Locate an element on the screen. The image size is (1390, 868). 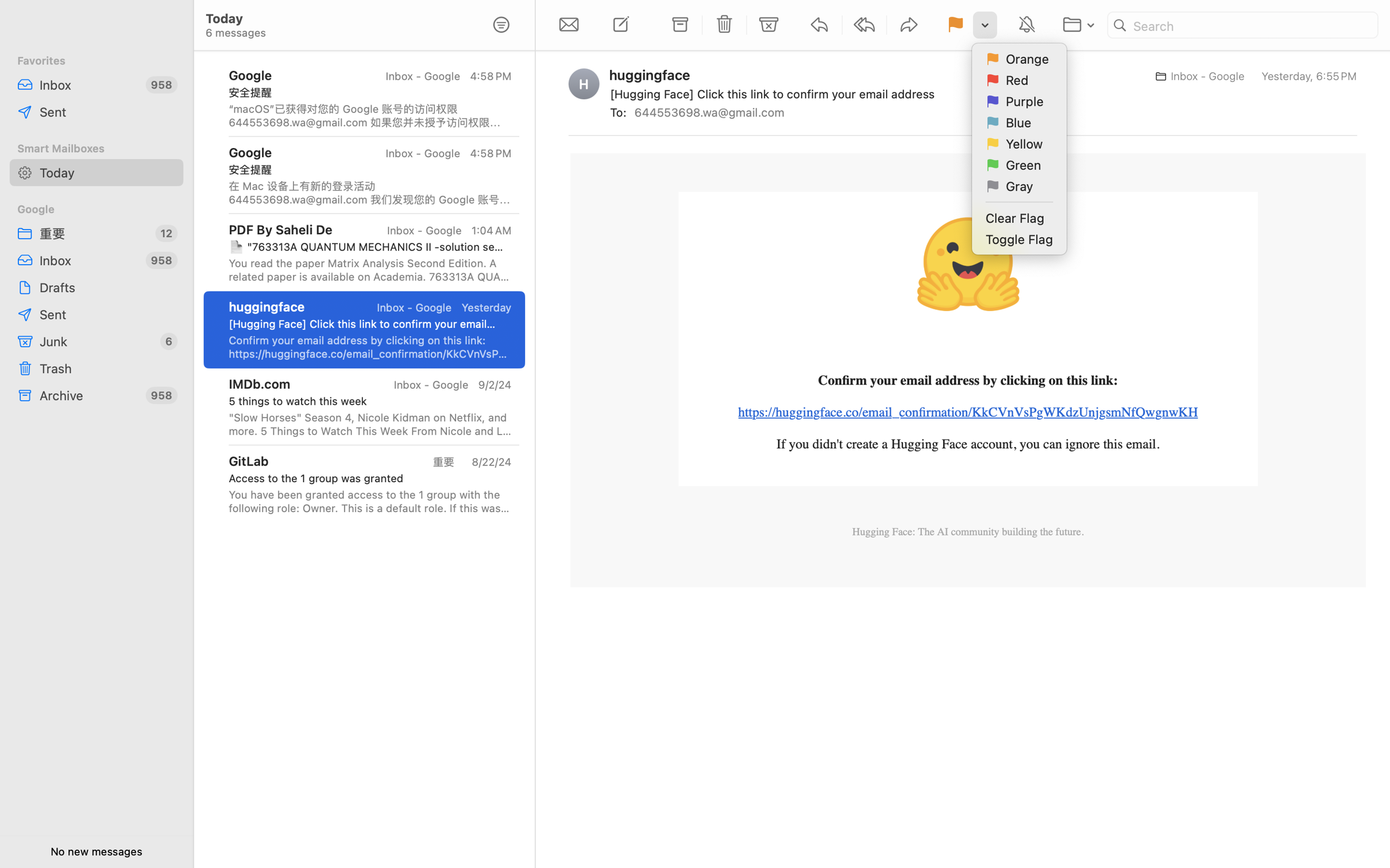
'📄 "763313A QUANTUM MECHANICS II -solution set 2 -spring 2014" by Saheli De' is located at coordinates (366, 246).